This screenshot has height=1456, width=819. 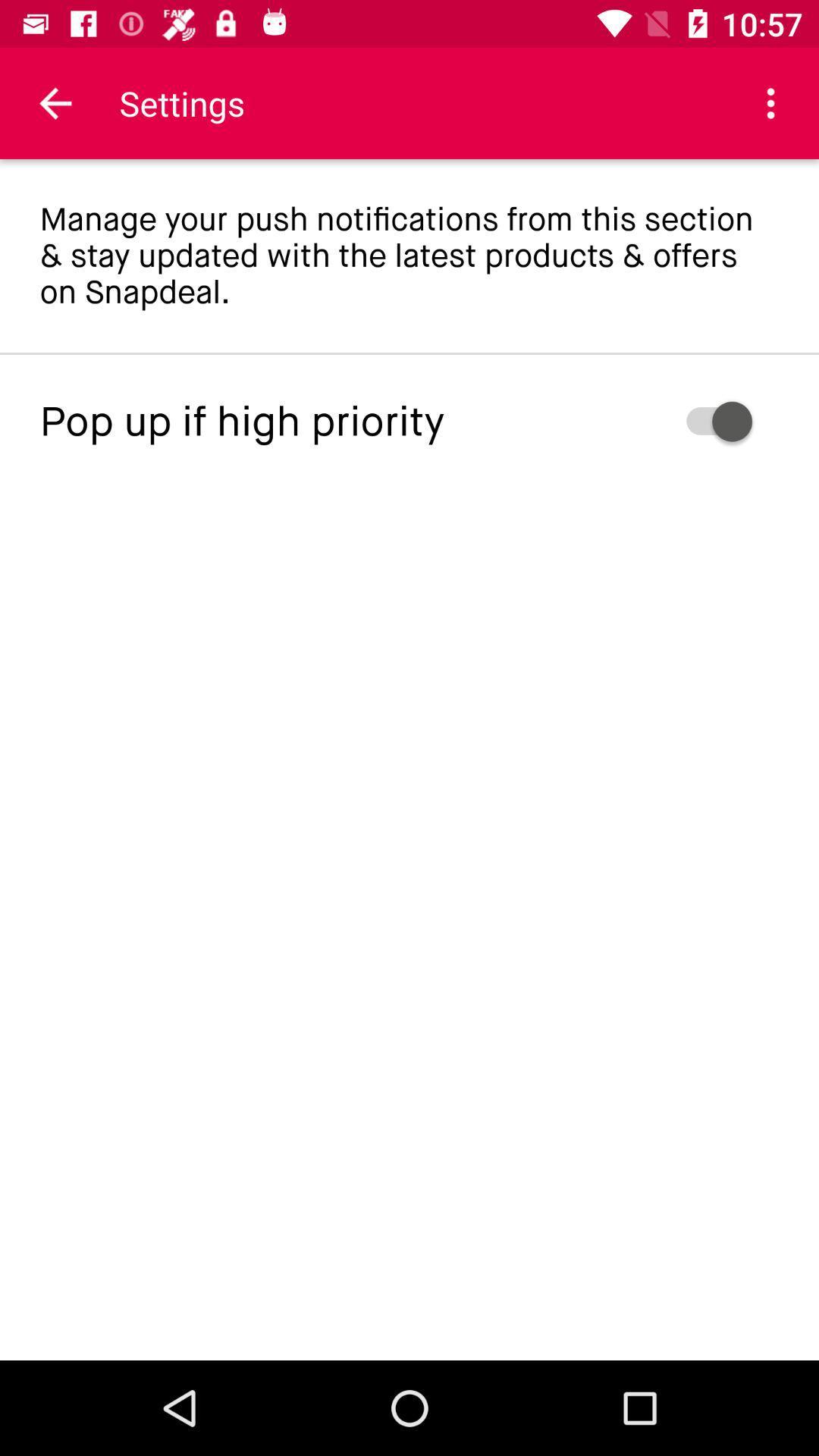 What do you see at coordinates (55, 102) in the screenshot?
I see `go back` at bounding box center [55, 102].